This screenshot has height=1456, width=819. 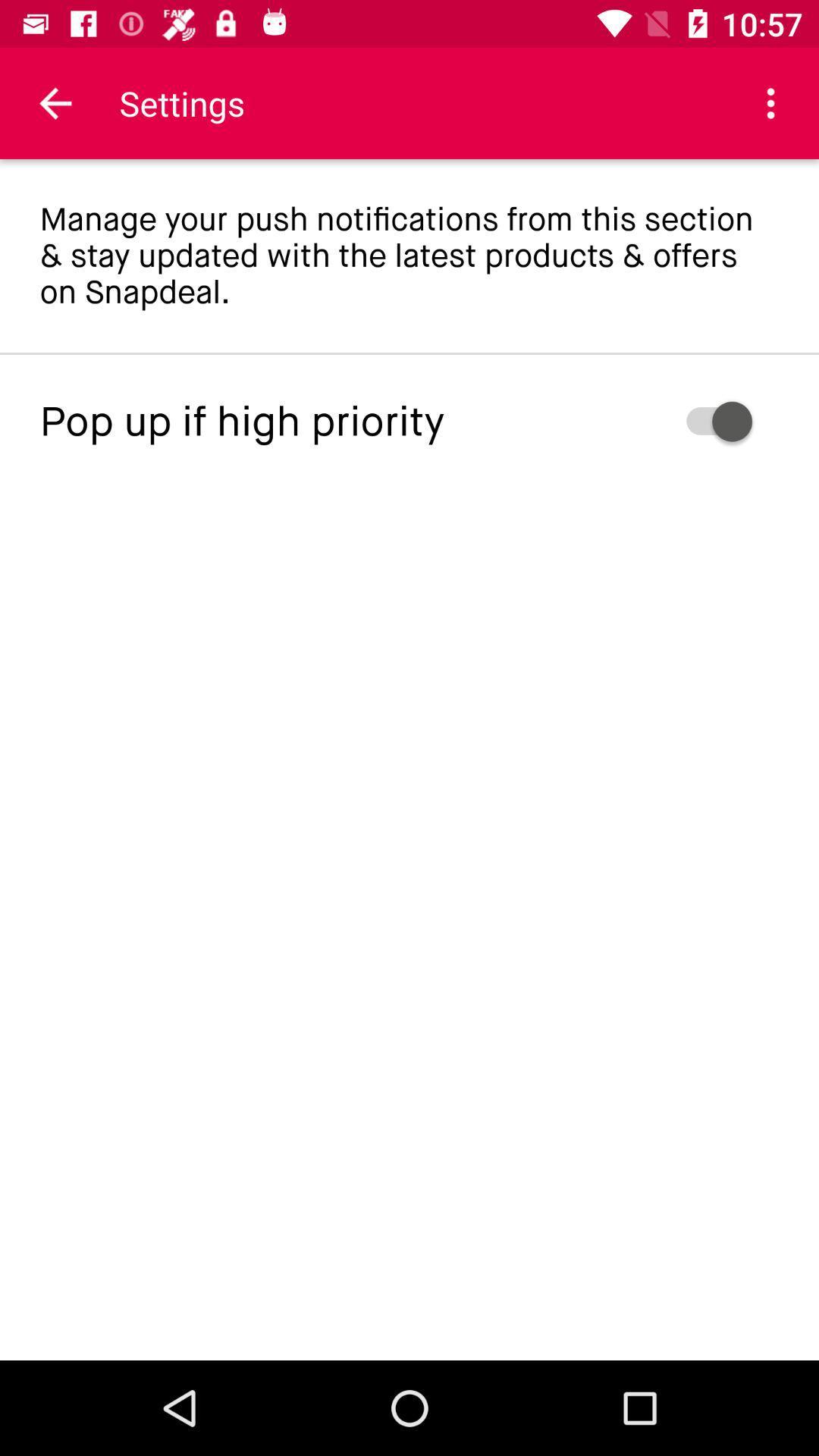 What do you see at coordinates (55, 102) in the screenshot?
I see `go back` at bounding box center [55, 102].